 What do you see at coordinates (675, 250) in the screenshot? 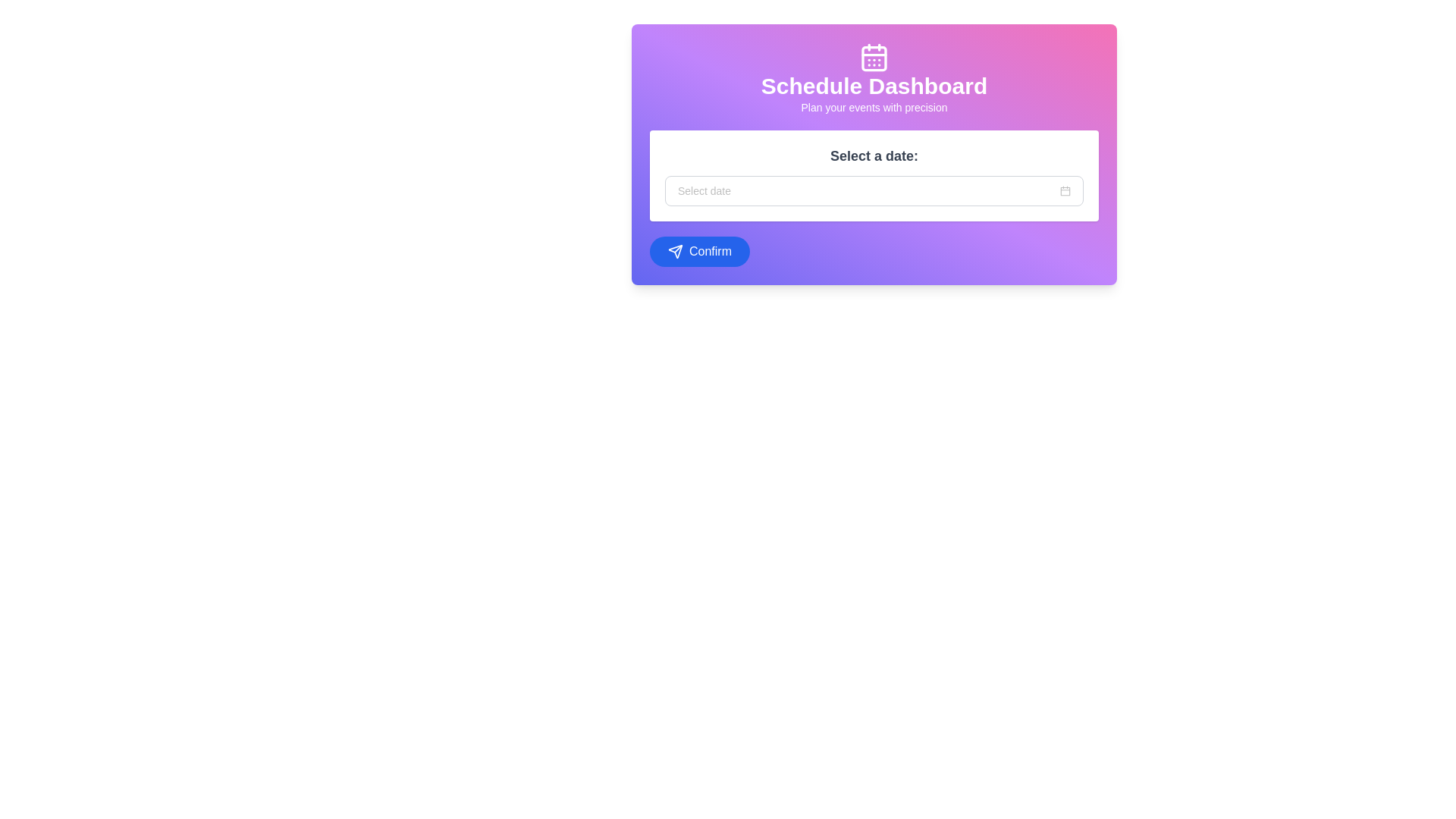
I see `the paper plane icon, which is styled with a blue stroke and located at the center of the 'Confirm' button at the bottom-left of the card` at bounding box center [675, 250].